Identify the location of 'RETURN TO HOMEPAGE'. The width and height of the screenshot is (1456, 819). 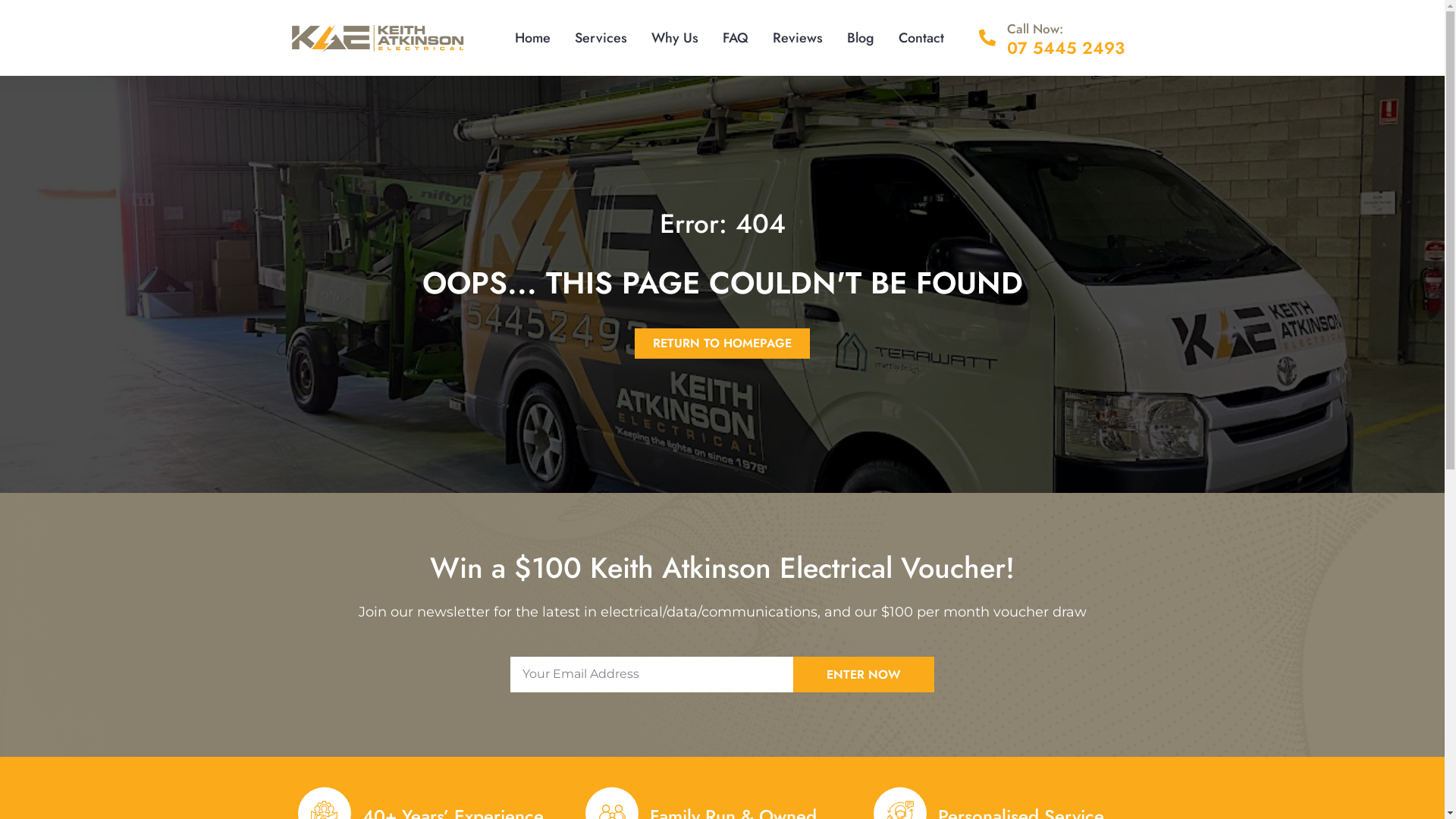
(721, 342).